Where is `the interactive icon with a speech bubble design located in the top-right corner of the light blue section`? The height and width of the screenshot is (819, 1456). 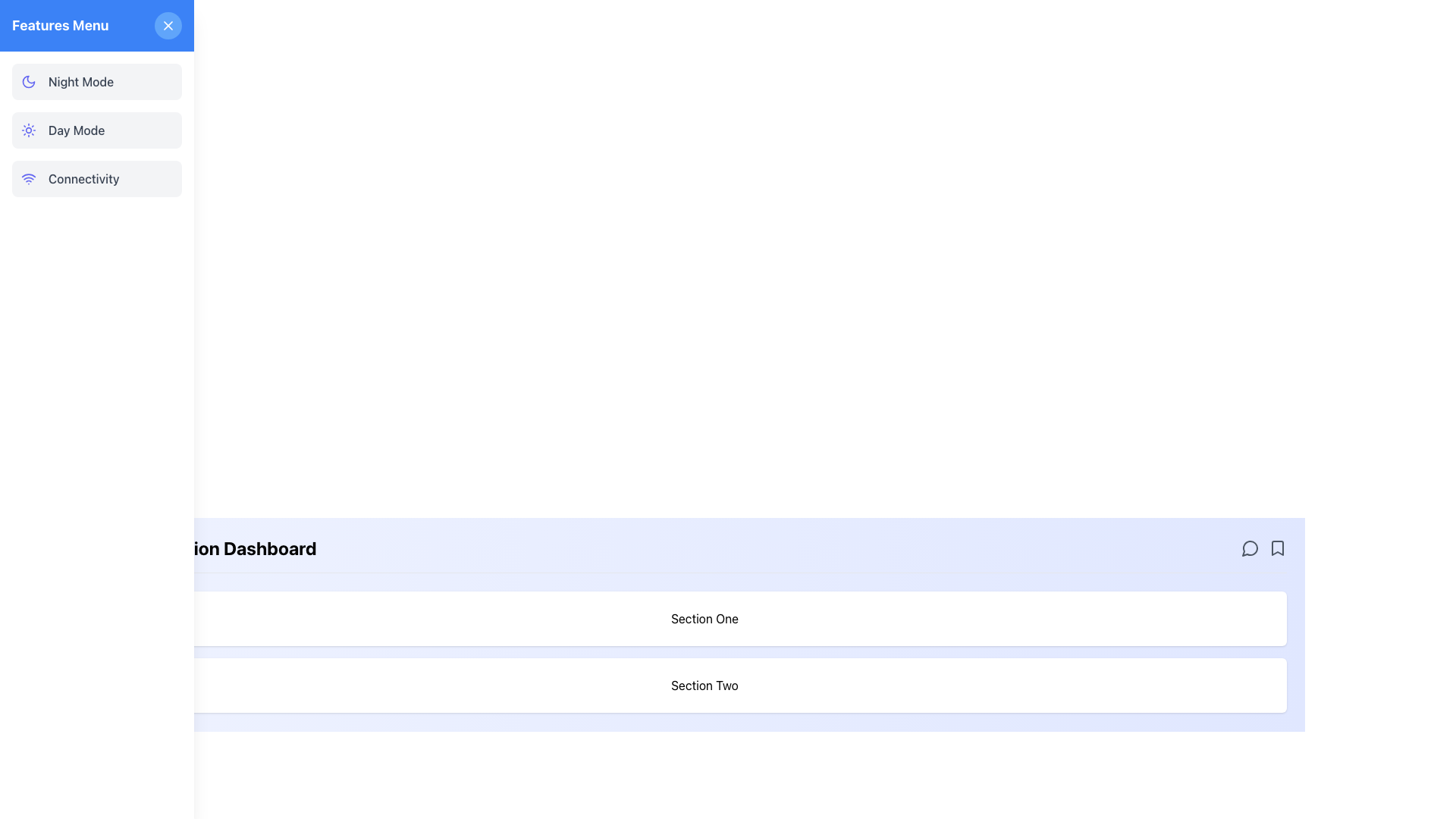 the interactive icon with a speech bubble design located in the top-right corner of the light blue section is located at coordinates (1250, 548).